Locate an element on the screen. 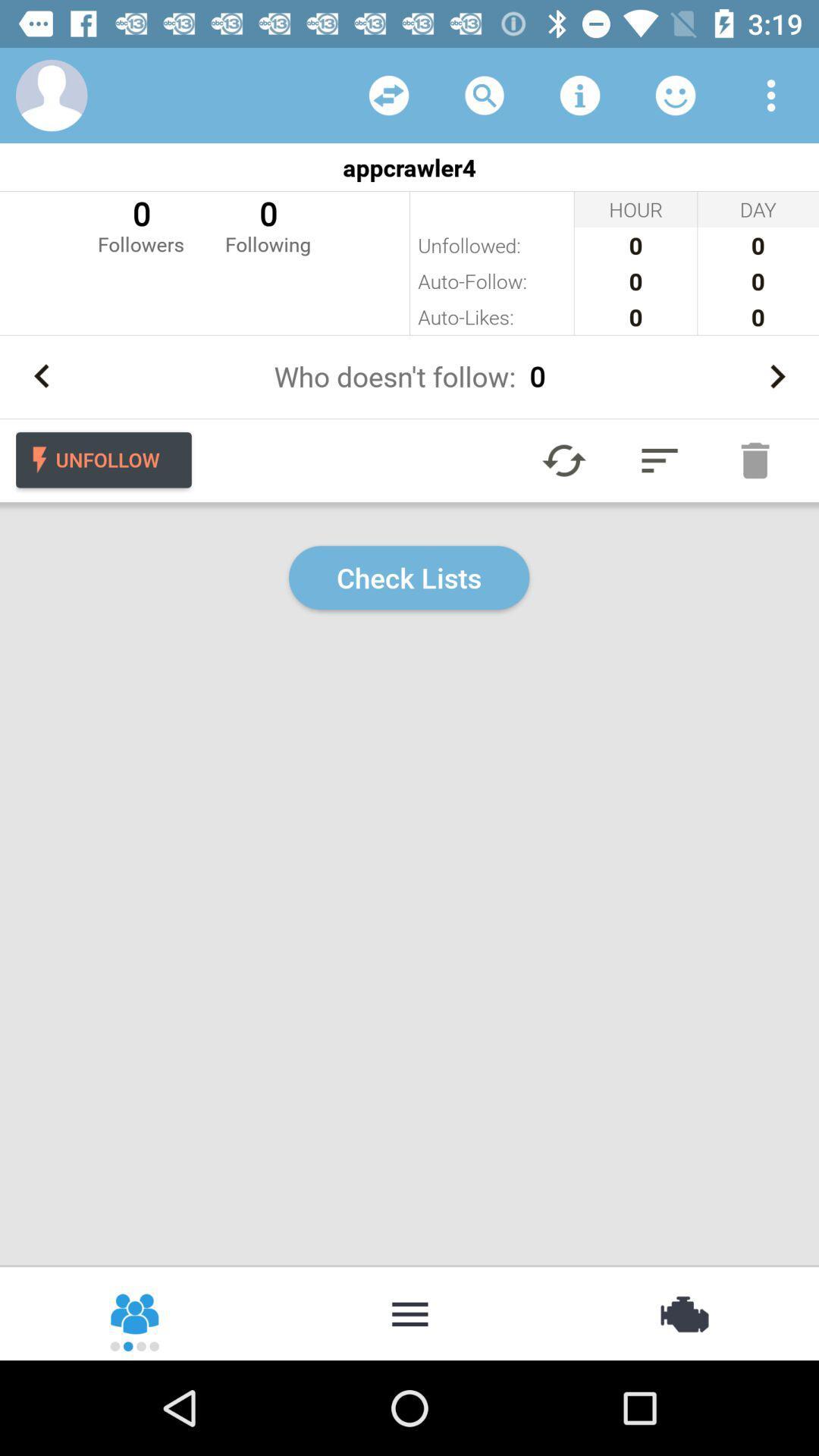 The height and width of the screenshot is (1456, 819). go back is located at coordinates (41, 376).